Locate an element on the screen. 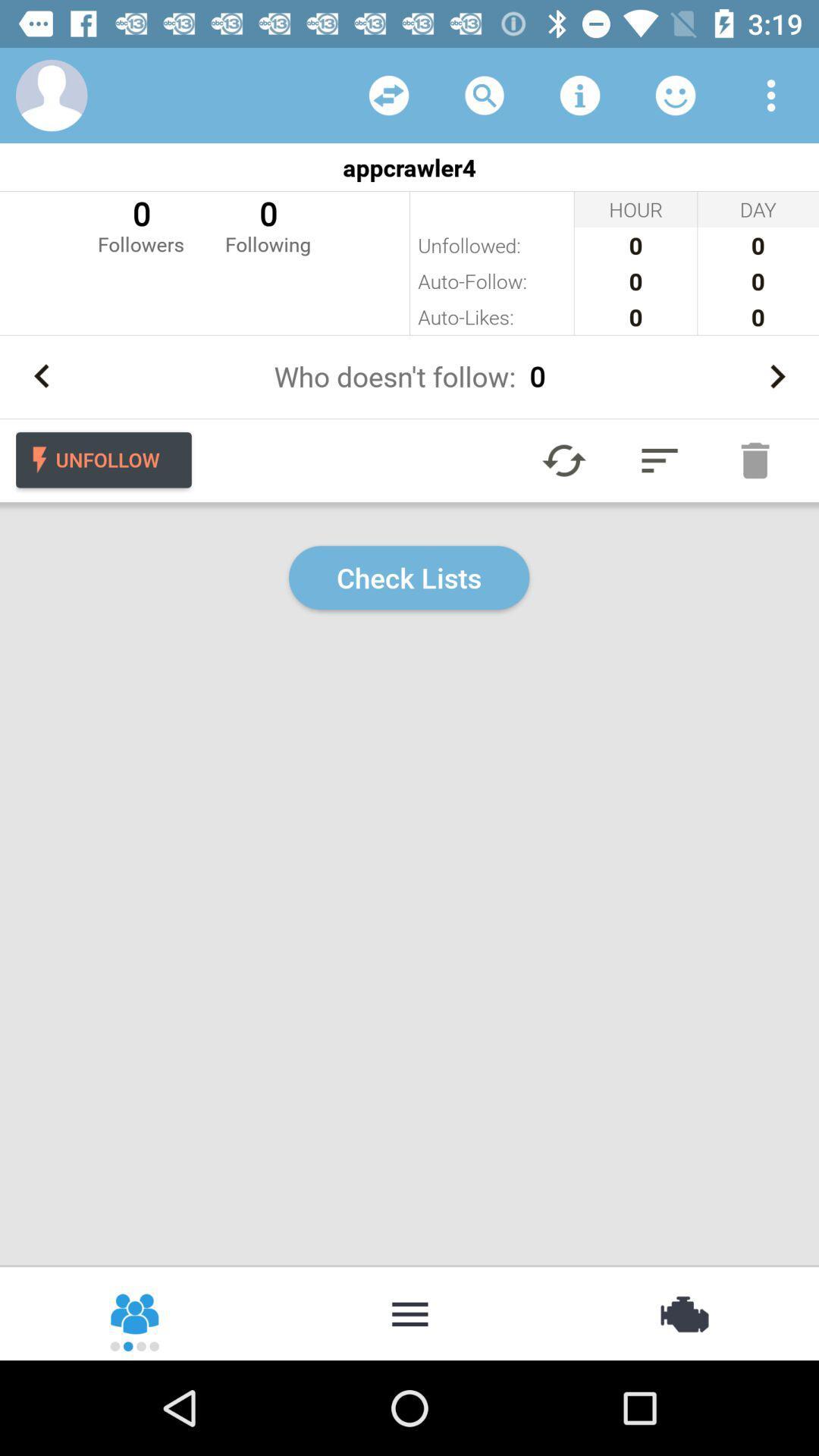 The height and width of the screenshot is (1456, 819). go back is located at coordinates (41, 376).